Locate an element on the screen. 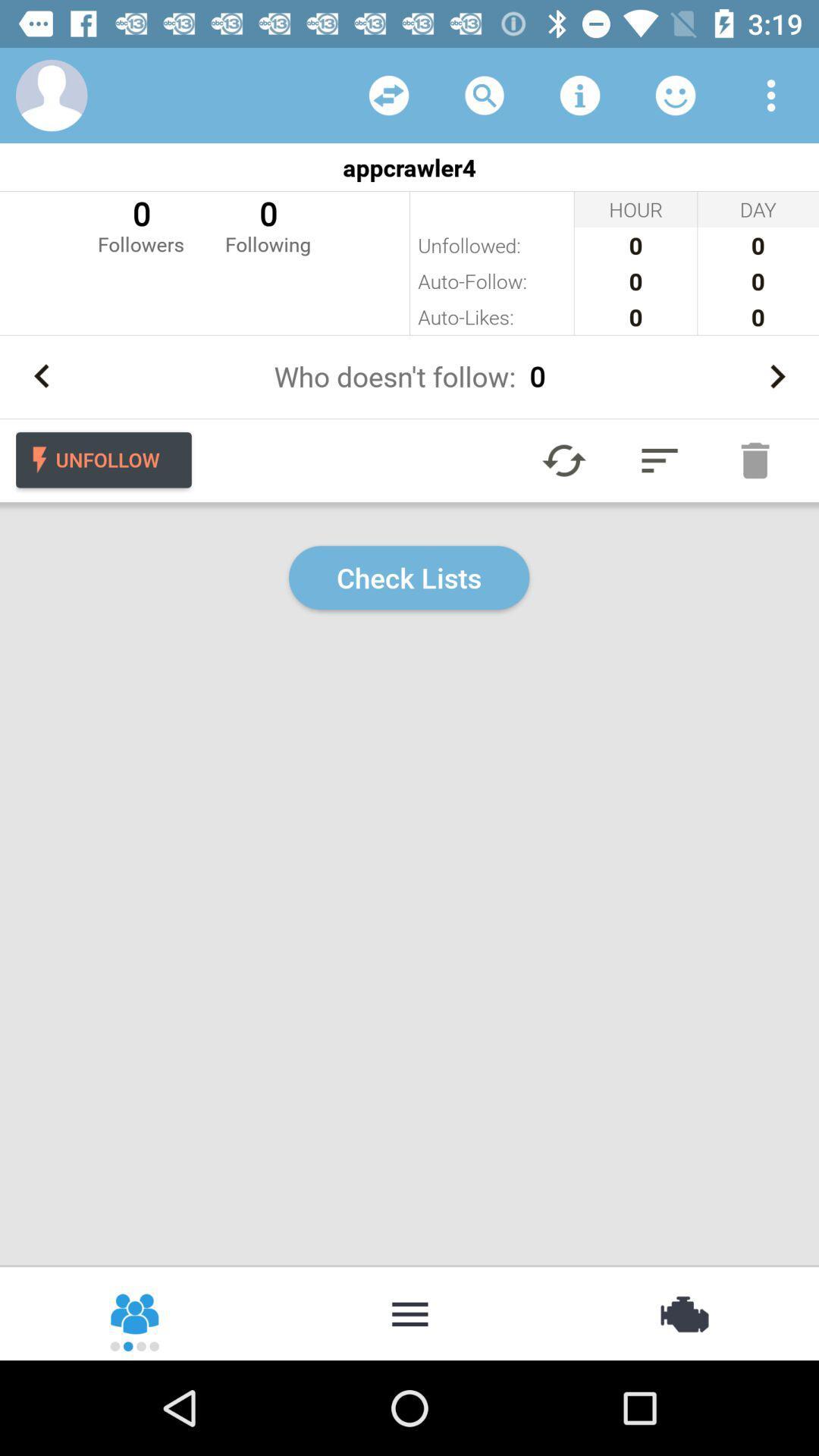 The height and width of the screenshot is (1456, 819). go back is located at coordinates (41, 376).